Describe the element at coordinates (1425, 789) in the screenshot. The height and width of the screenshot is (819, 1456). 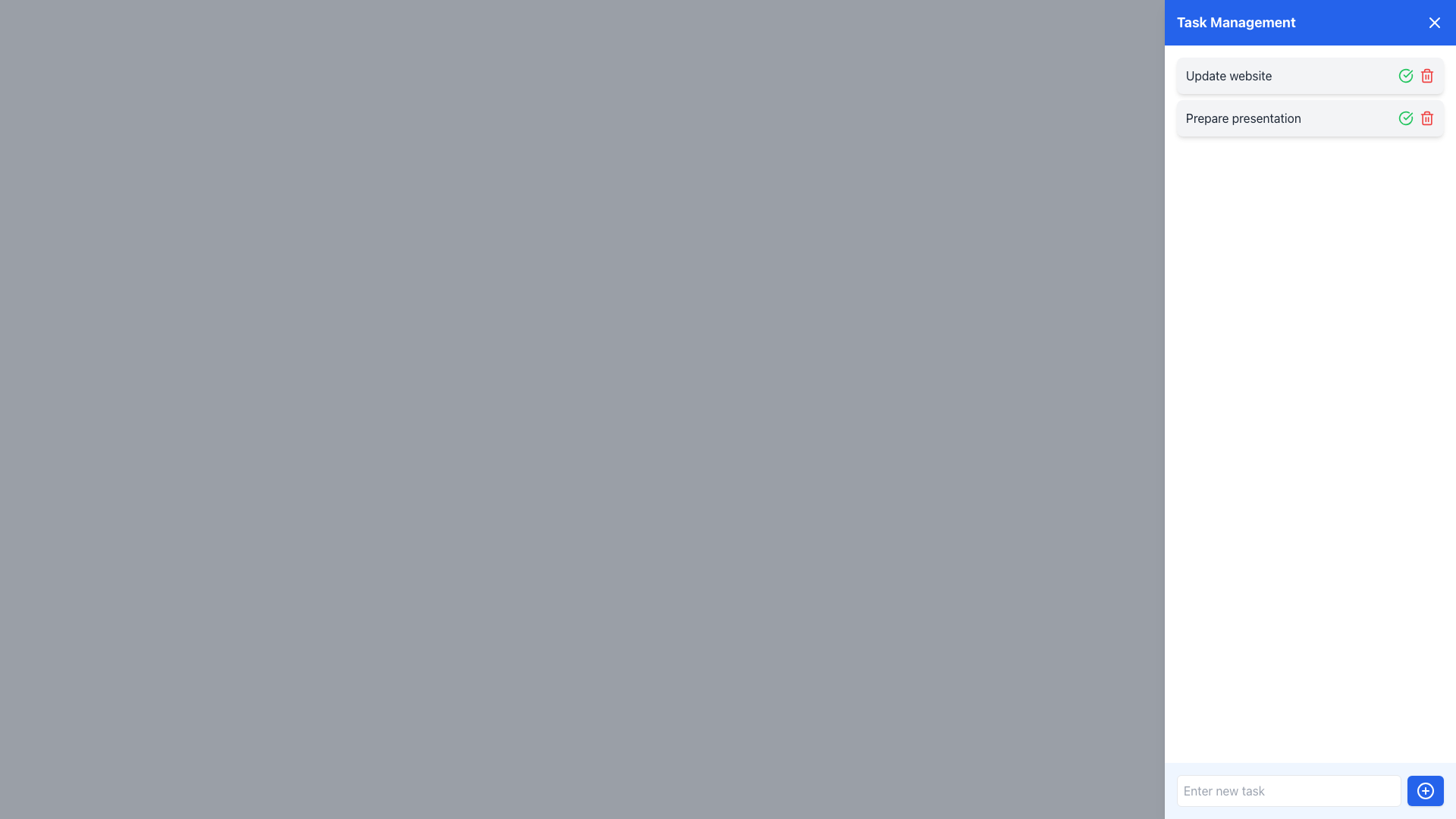
I see `the 'Add Task' button located at the bottom right corner of the task management tool` at that location.